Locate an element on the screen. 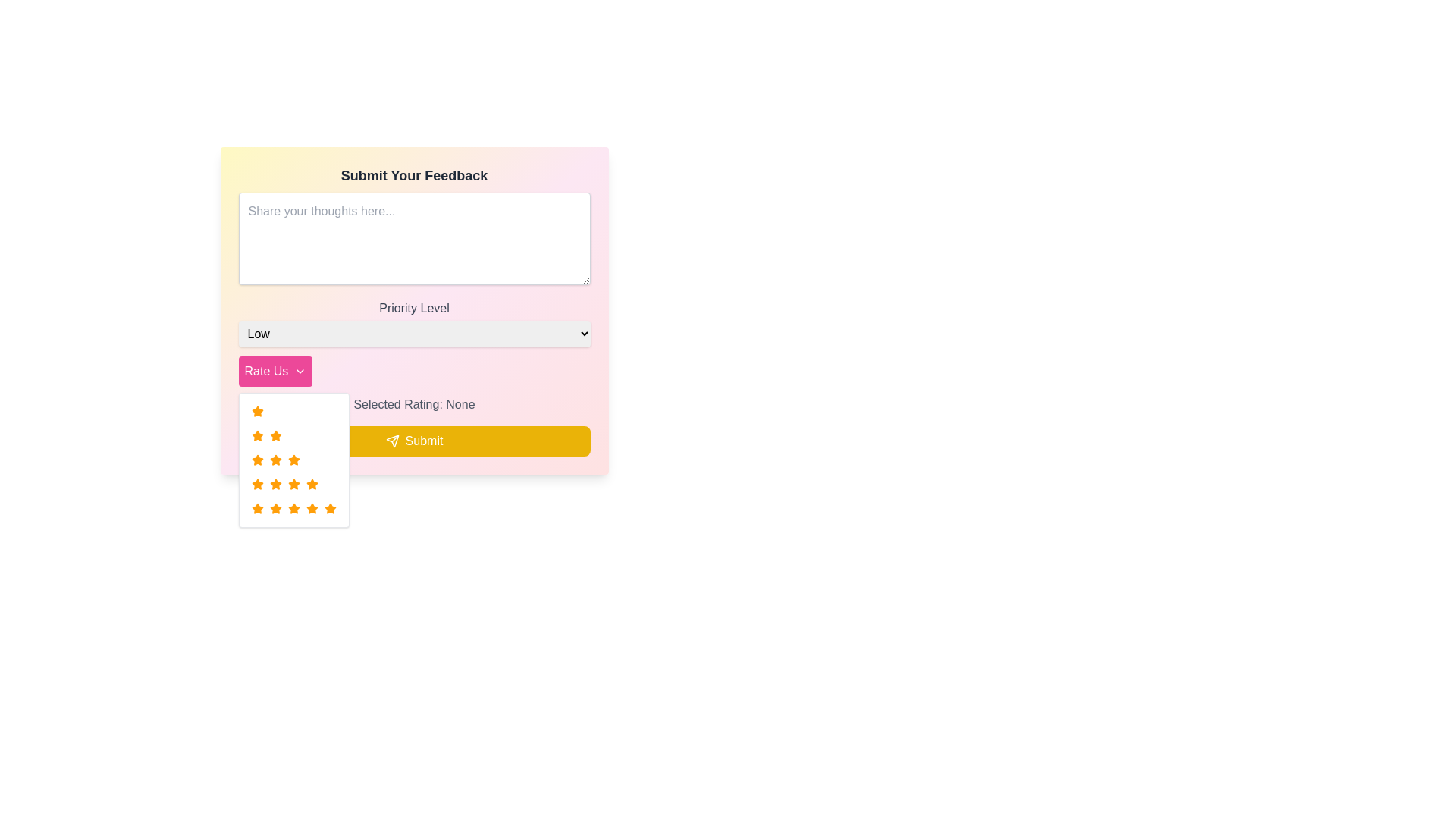  the orange five-pointed star icon located in the fourth column of the third row under the 'Rate Us' dropdown is located at coordinates (293, 485).